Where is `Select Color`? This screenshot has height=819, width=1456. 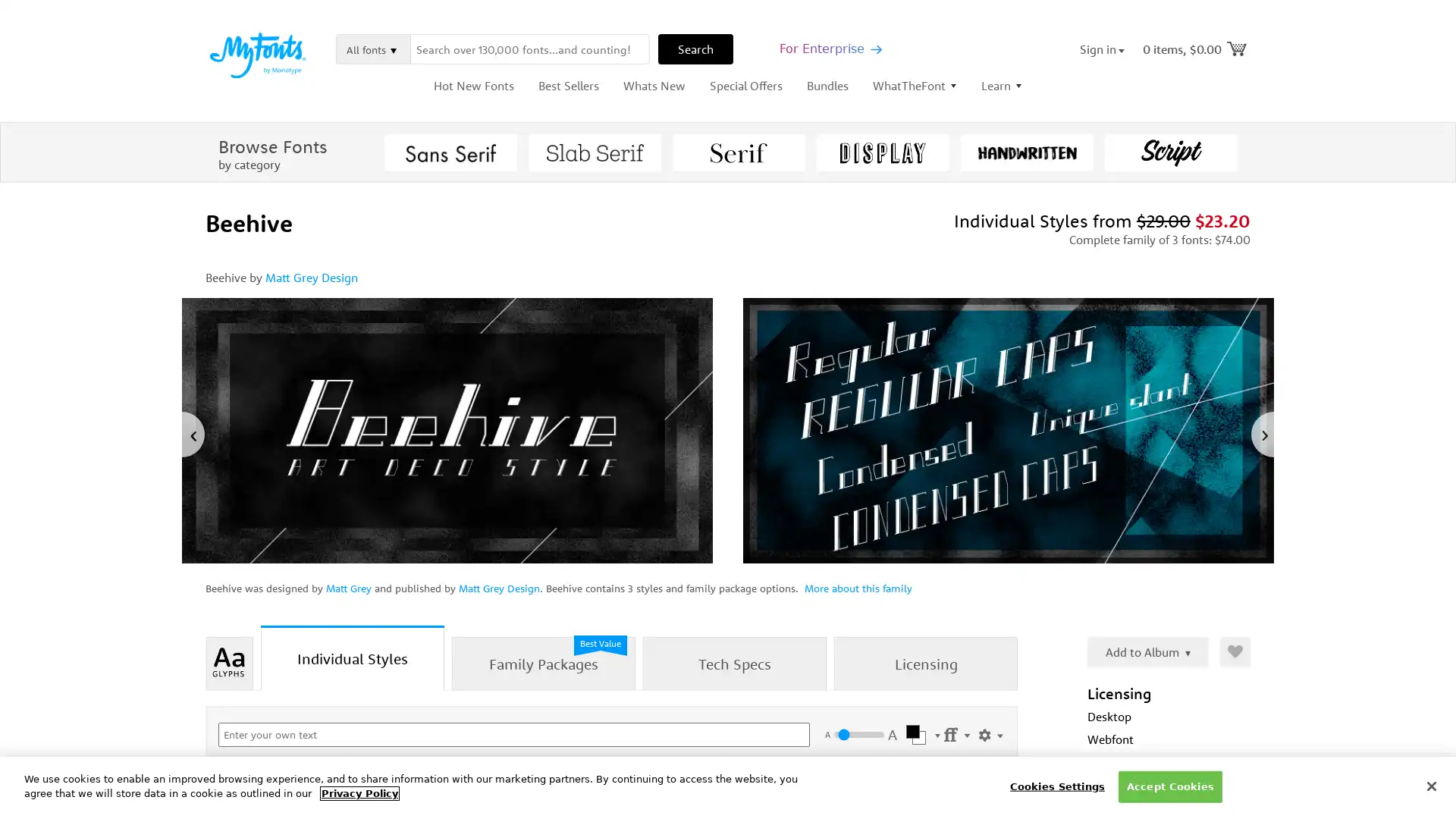
Select Color is located at coordinates (920, 734).